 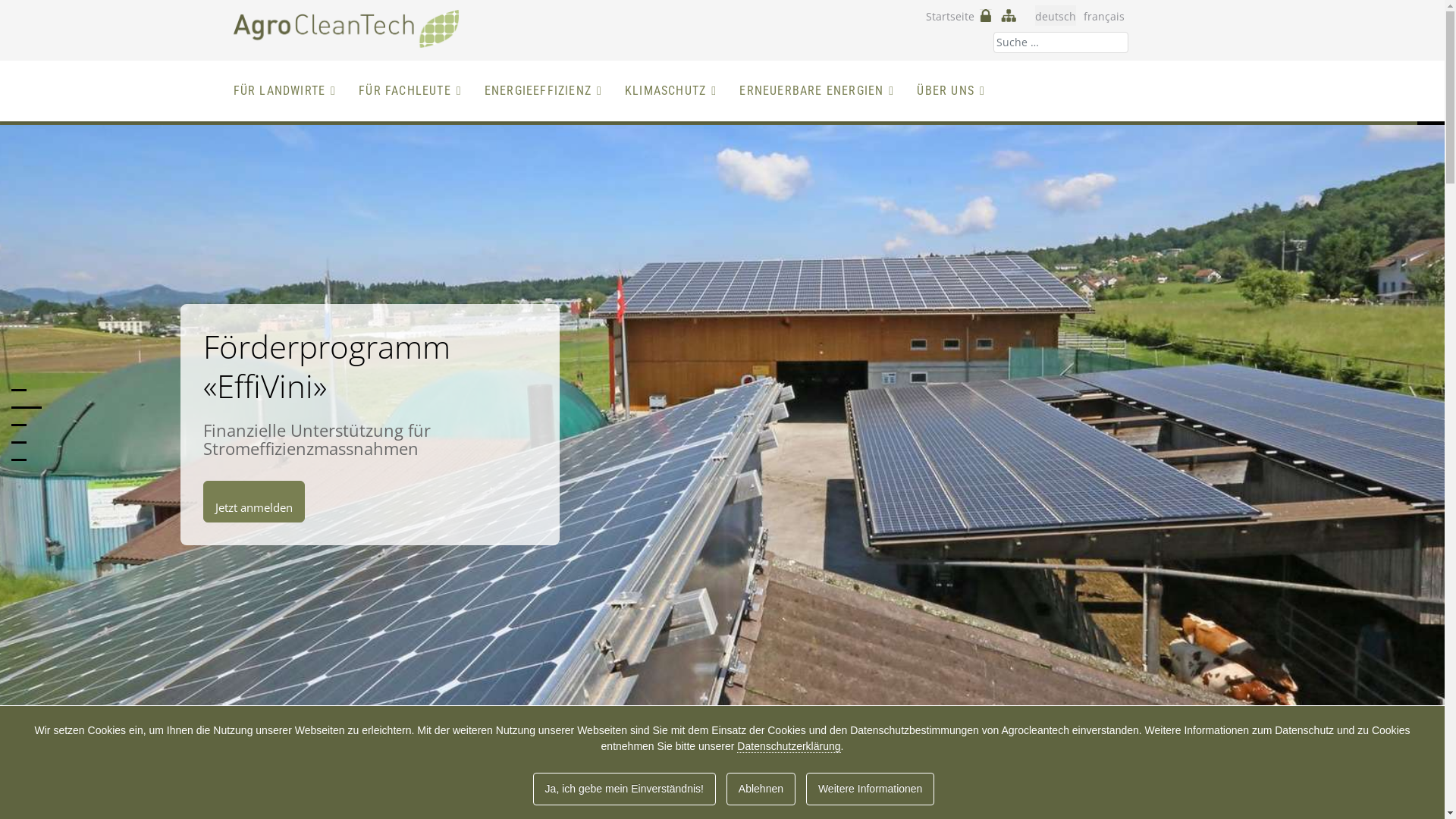 I want to click on 'ENERGIEEFFIZIENZ', so click(x=543, y=90).